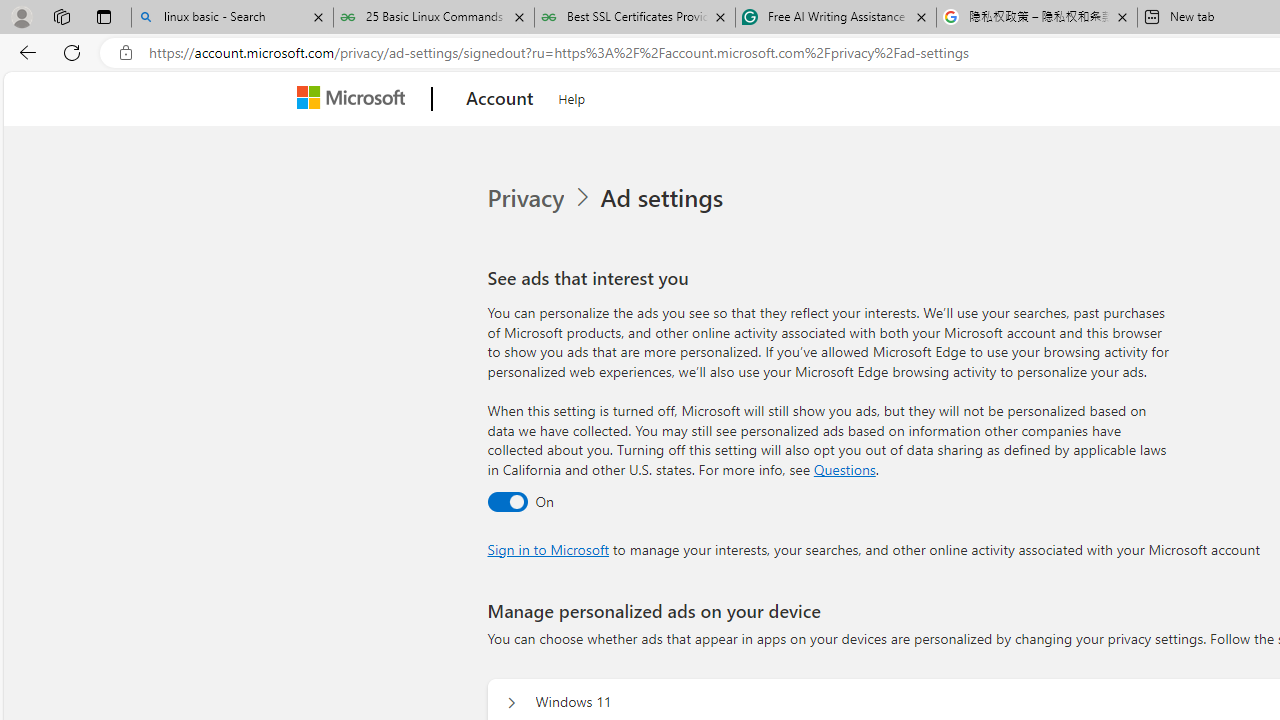 The image size is (1280, 720). Describe the element at coordinates (528, 198) in the screenshot. I see `'Privacy'` at that location.